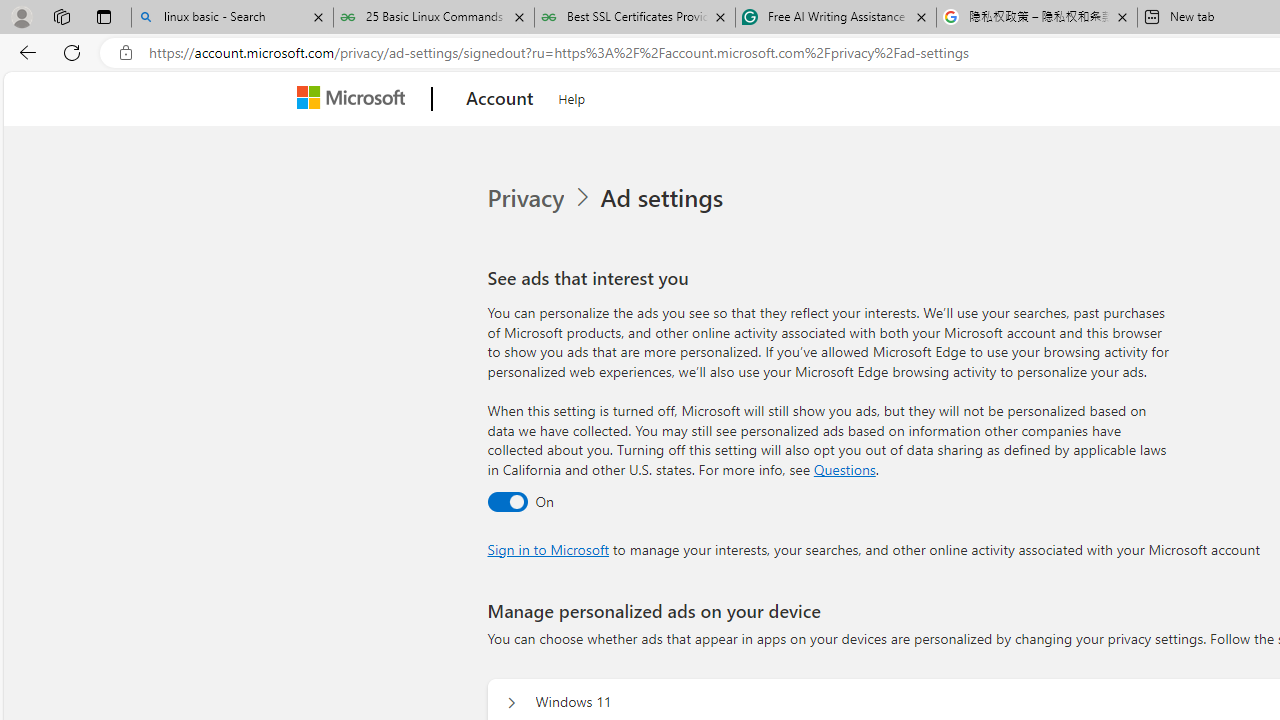 The image size is (1280, 720). Describe the element at coordinates (528, 198) in the screenshot. I see `'Privacy'` at that location.